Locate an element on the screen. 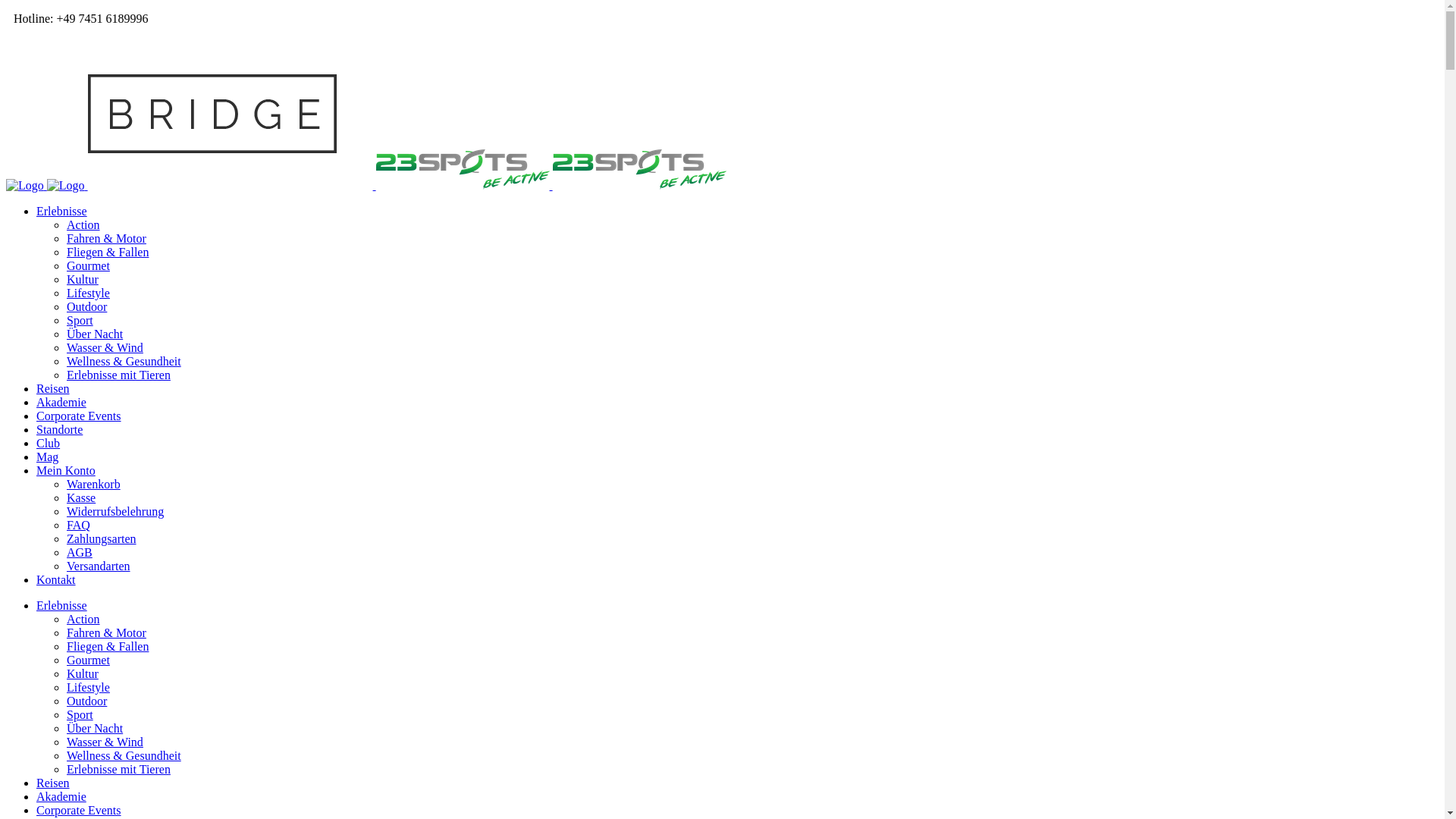  'Erlebnisse mit Tieren' is located at coordinates (118, 769).